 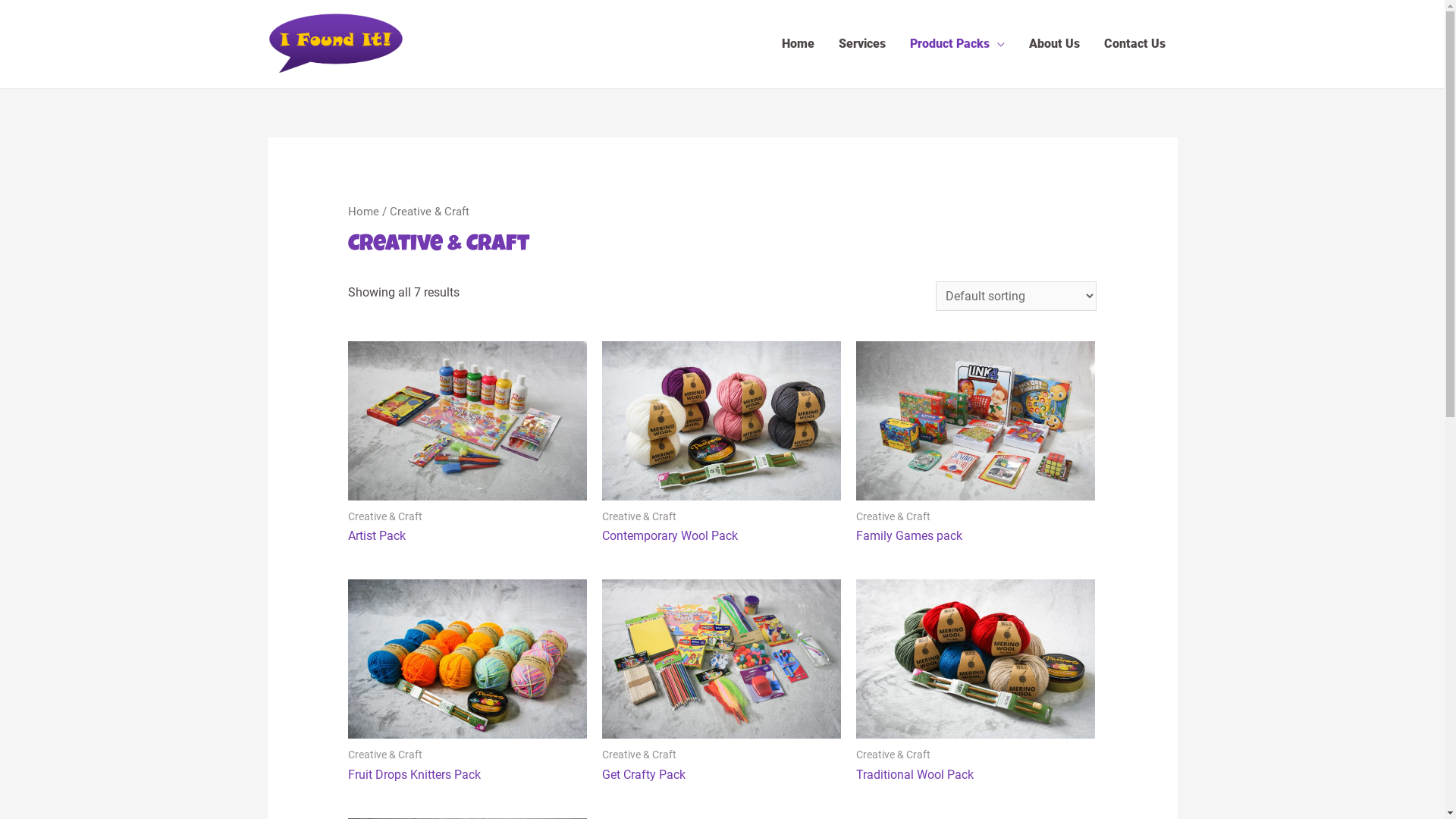 I want to click on 'Product Packs', so click(x=956, y=42).